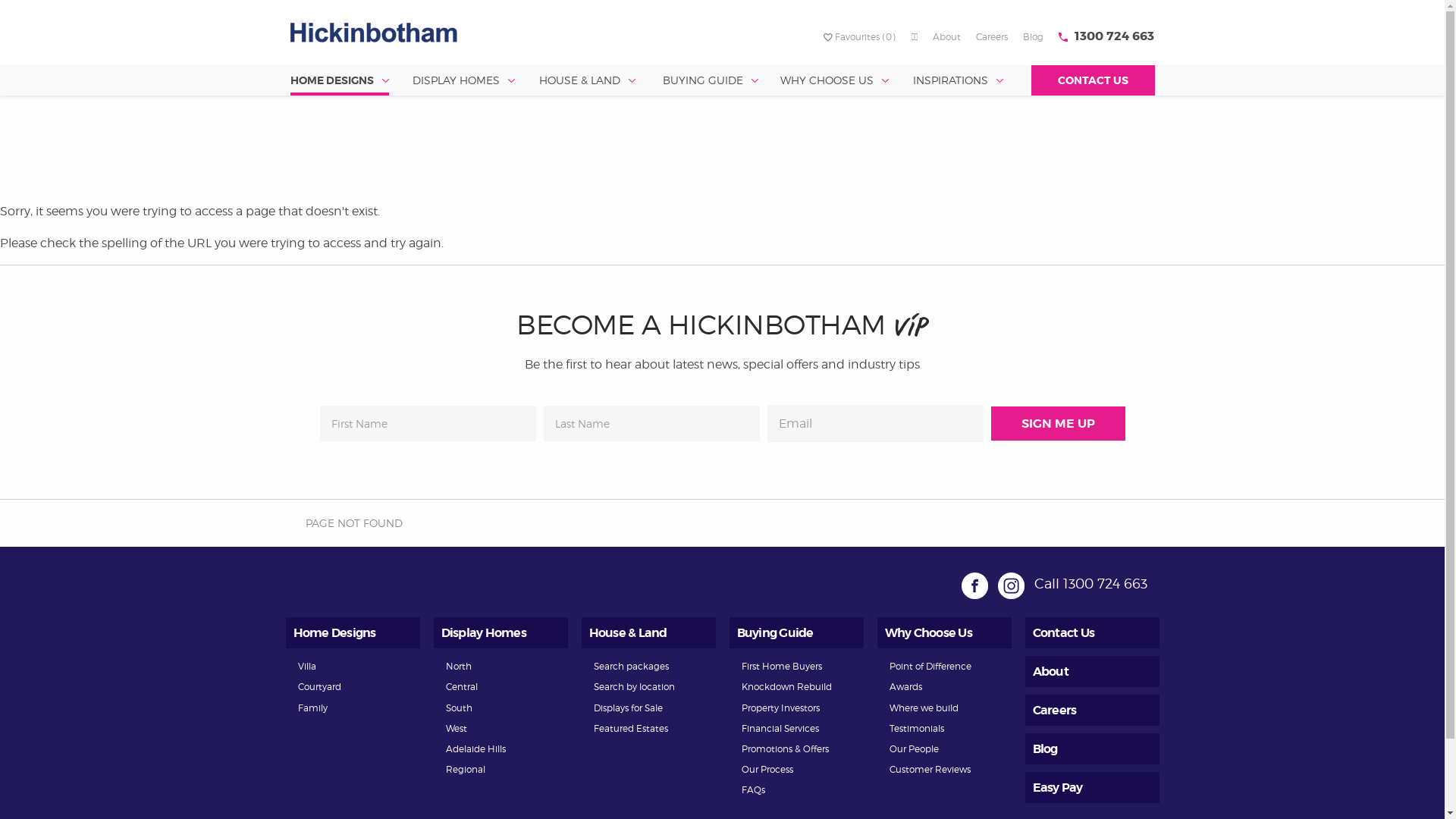 The image size is (1456, 819). Describe the element at coordinates (475, 748) in the screenshot. I see `'Adelaide Hills'` at that location.